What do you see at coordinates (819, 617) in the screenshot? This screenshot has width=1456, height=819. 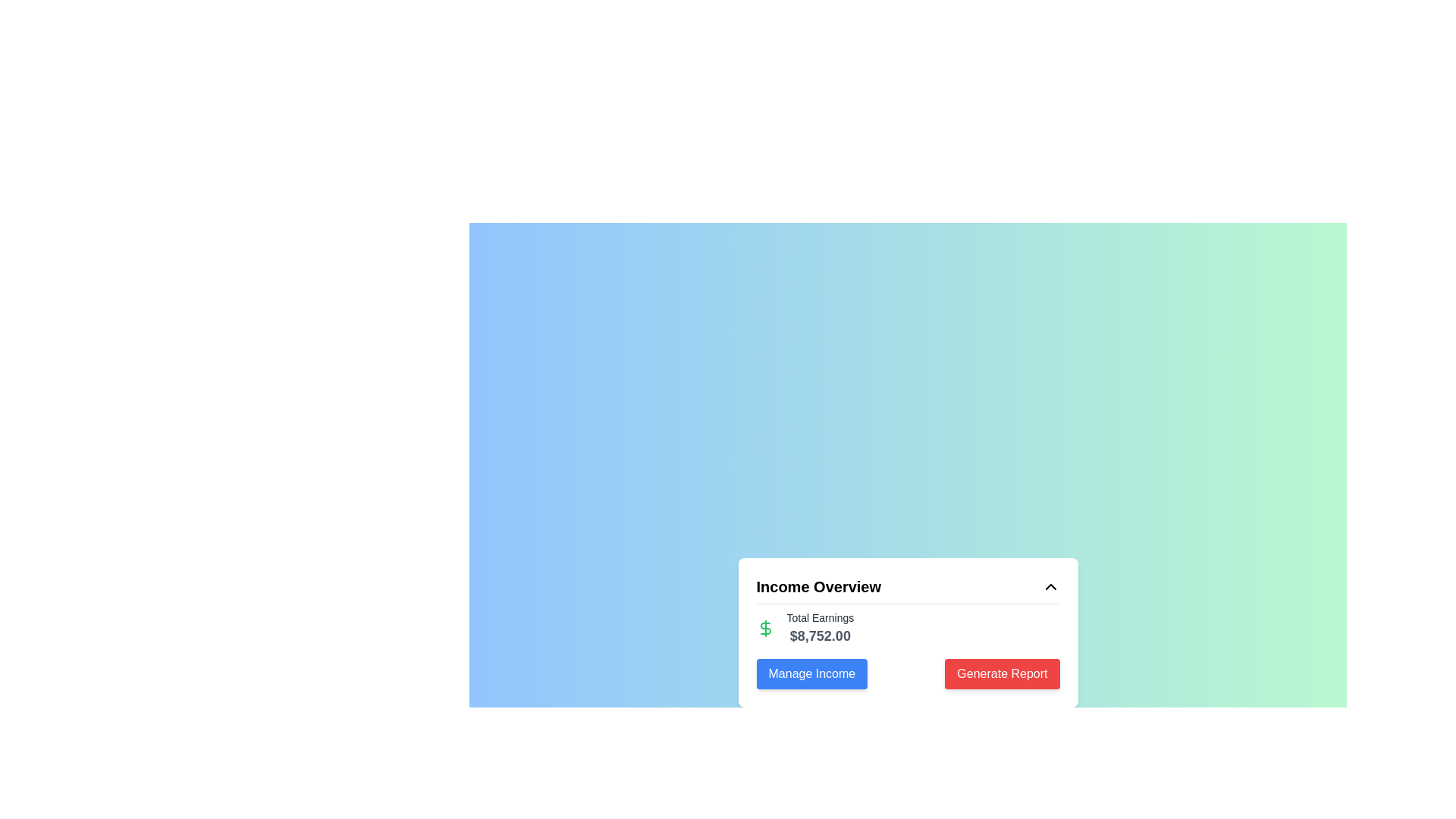 I see `the text label that indicates the total earnings, which is positioned at the top of the financial information section` at bounding box center [819, 617].